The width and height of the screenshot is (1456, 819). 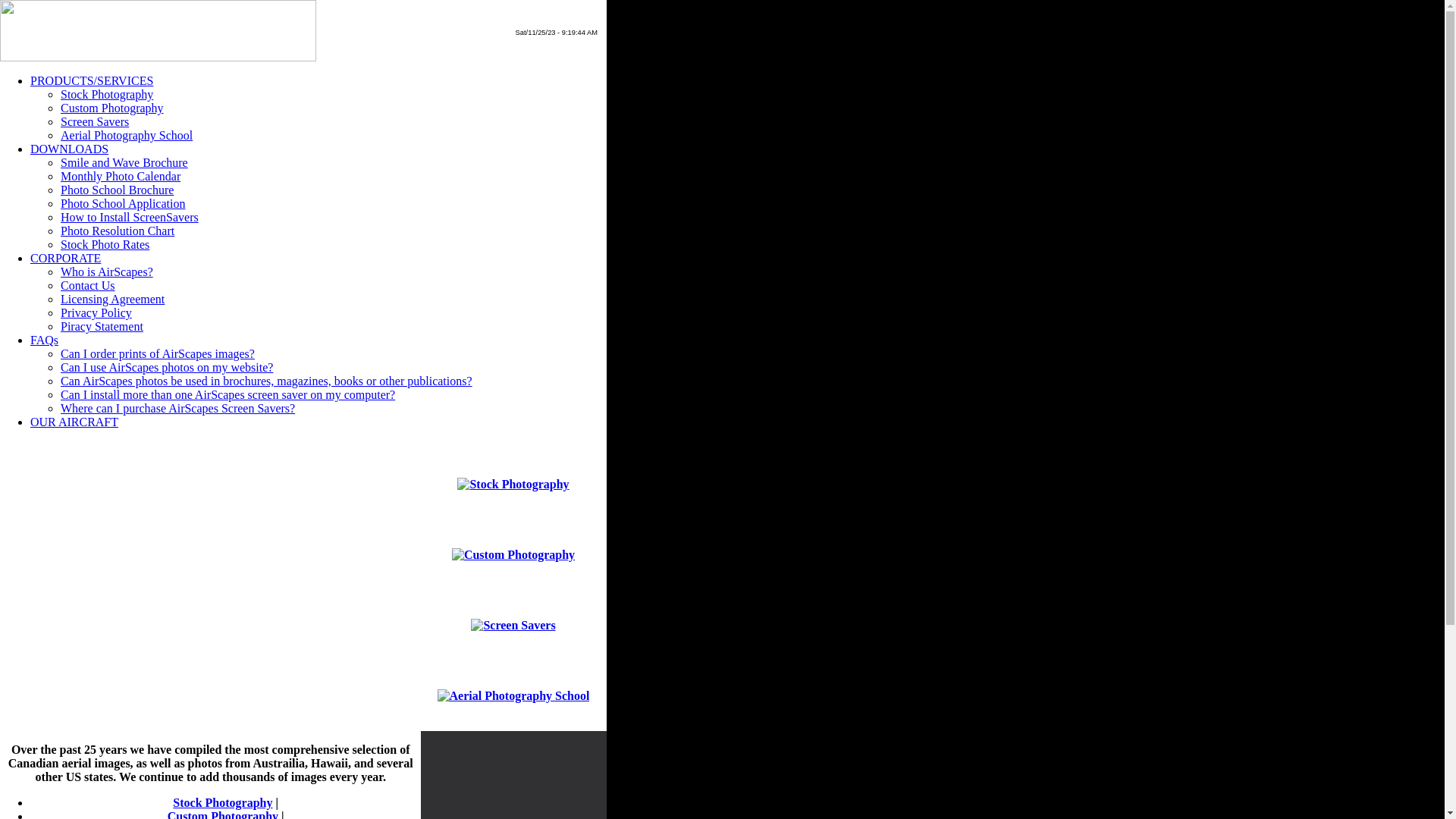 I want to click on 'Contact Us', so click(x=86, y=285).